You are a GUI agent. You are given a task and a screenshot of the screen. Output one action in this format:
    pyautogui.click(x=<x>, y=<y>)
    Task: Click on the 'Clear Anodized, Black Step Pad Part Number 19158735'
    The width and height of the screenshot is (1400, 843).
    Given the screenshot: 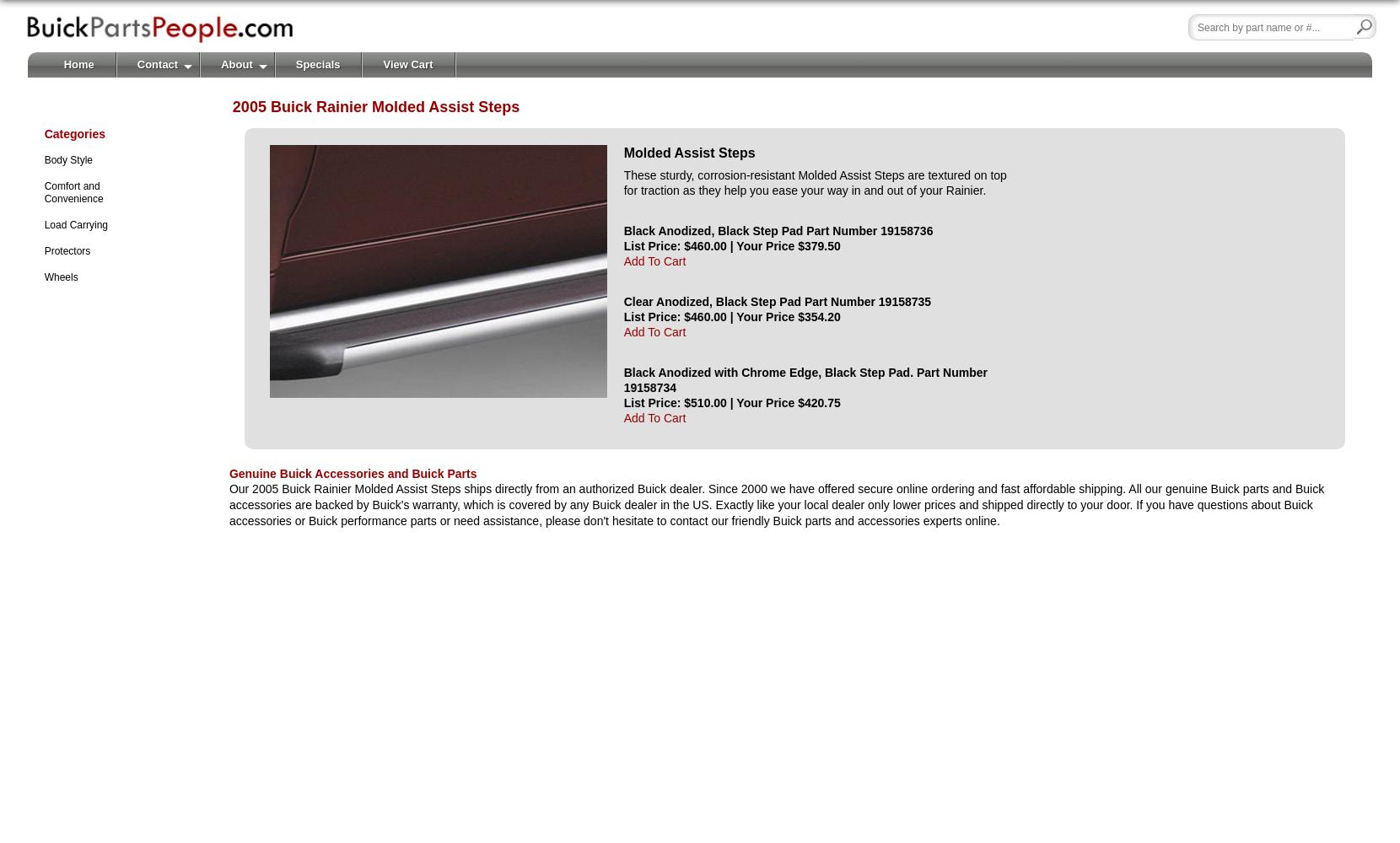 What is the action you would take?
    pyautogui.click(x=776, y=300)
    